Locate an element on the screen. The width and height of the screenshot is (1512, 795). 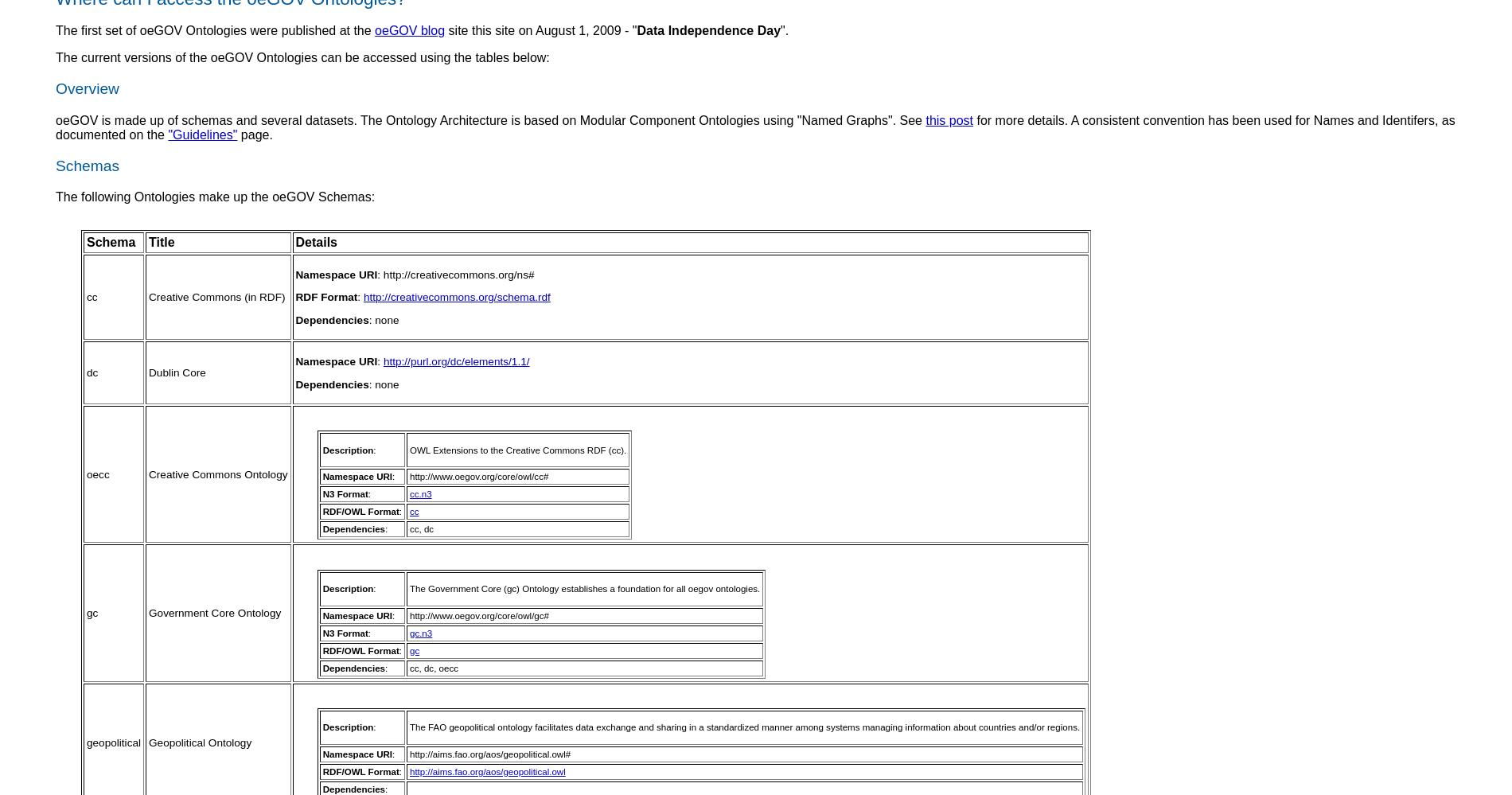
'oecc' is located at coordinates (87, 473).